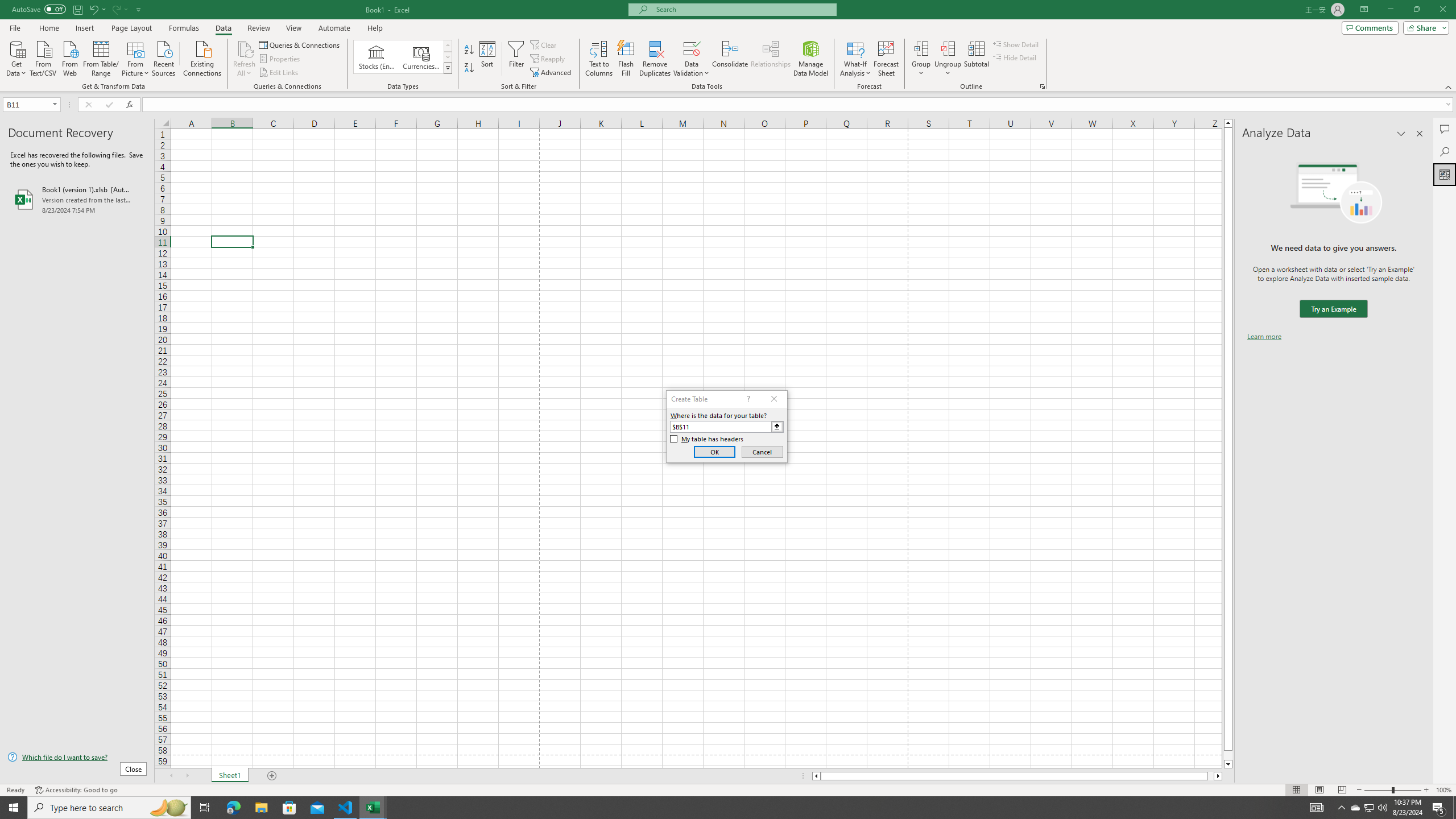  I want to click on 'Sort Z to A', so click(469, 67).